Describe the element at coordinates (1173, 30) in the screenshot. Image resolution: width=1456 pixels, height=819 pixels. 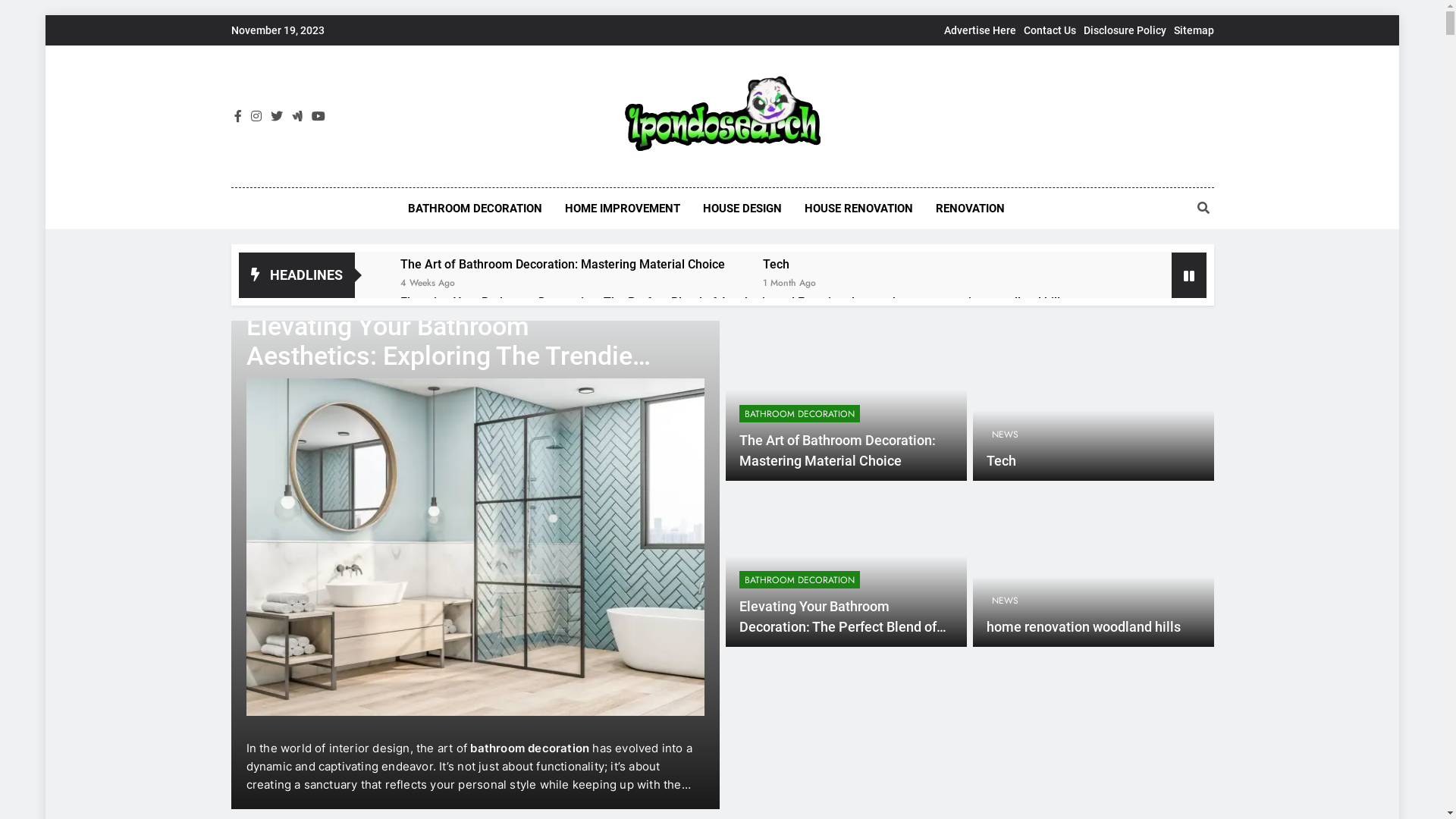
I see `'Sitemap'` at that location.